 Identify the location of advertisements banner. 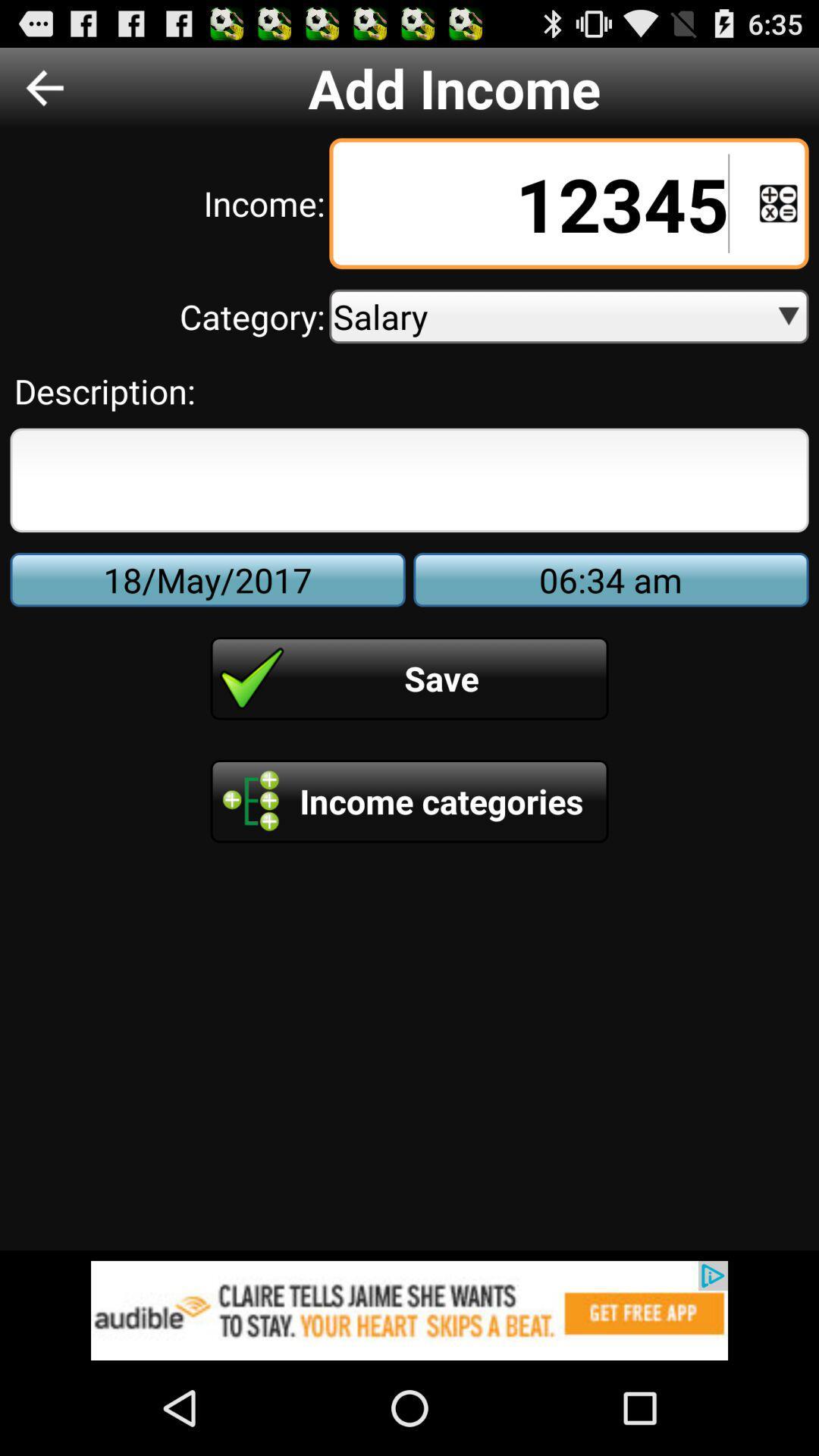
(409, 1310).